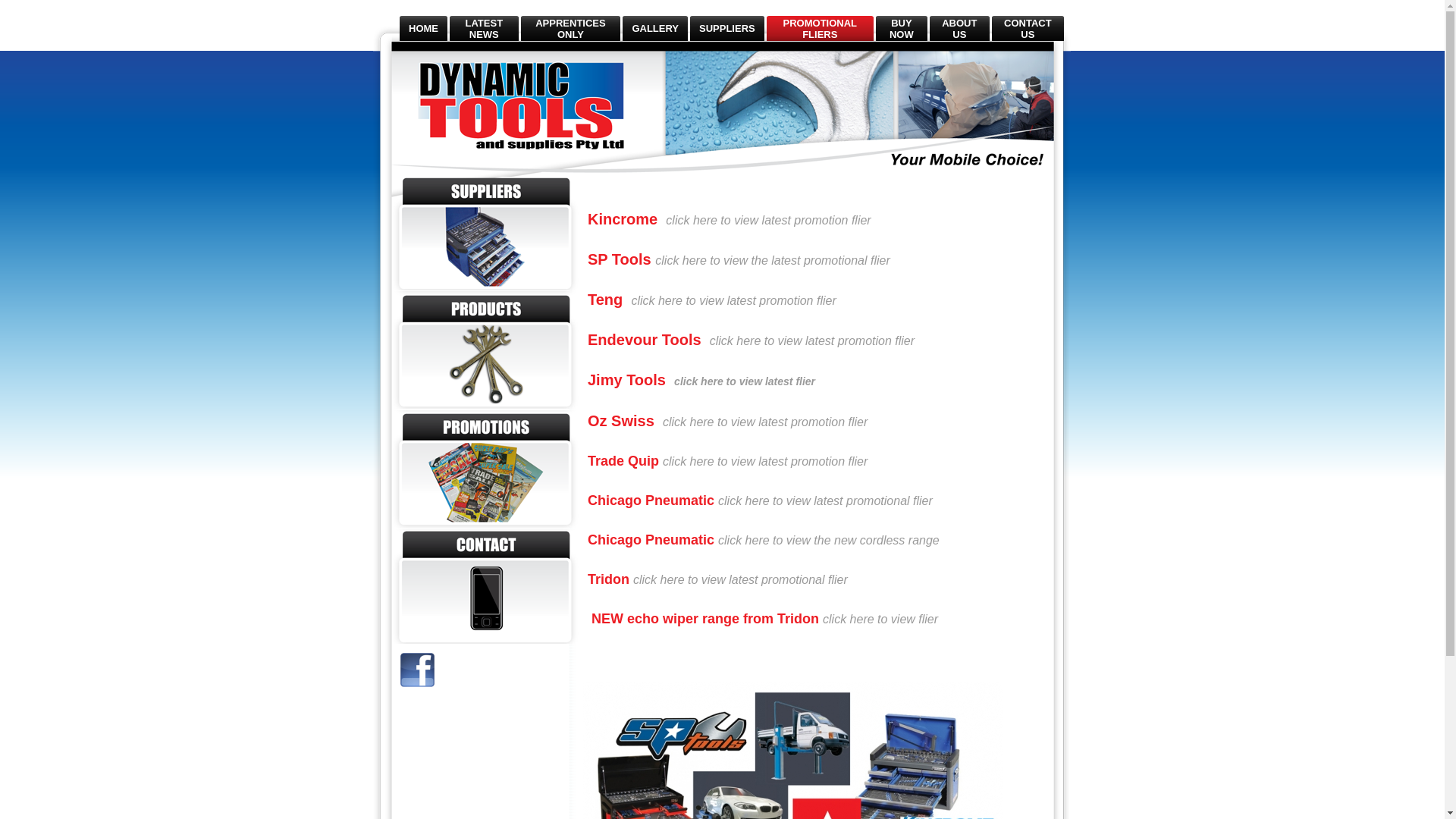 The image size is (1456, 819). Describe the element at coordinates (423, 28) in the screenshot. I see `'HOME'` at that location.